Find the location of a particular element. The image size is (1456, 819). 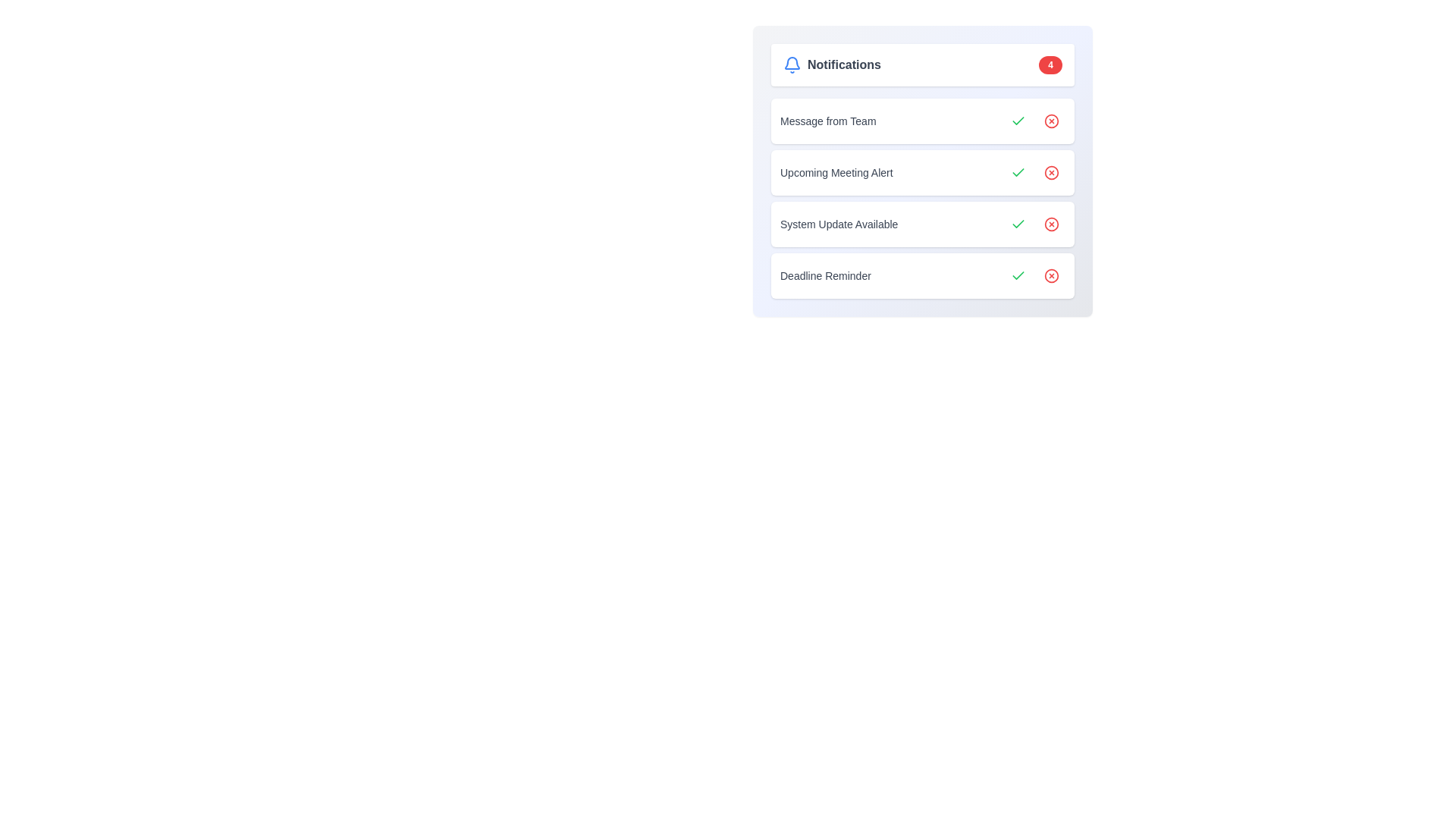

the 'Upcoming Meeting Alert' notification card, which is the second item in the notifications list, located between 'Message from Team' and 'System Update Available' is located at coordinates (922, 171).